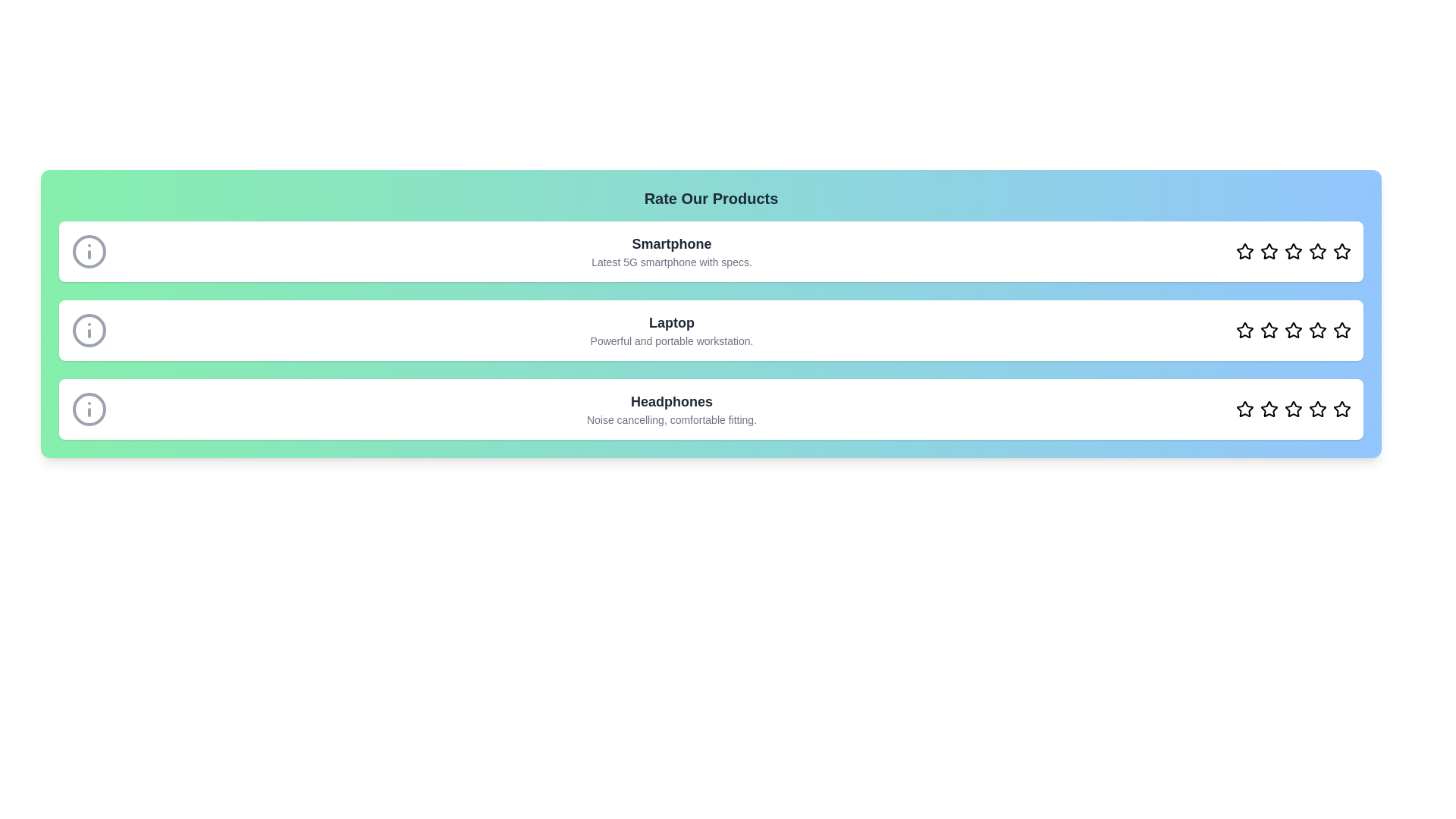 The width and height of the screenshot is (1456, 819). What do you see at coordinates (1269, 409) in the screenshot?
I see `the second star icon in the third row under the 'Headphones' section` at bounding box center [1269, 409].